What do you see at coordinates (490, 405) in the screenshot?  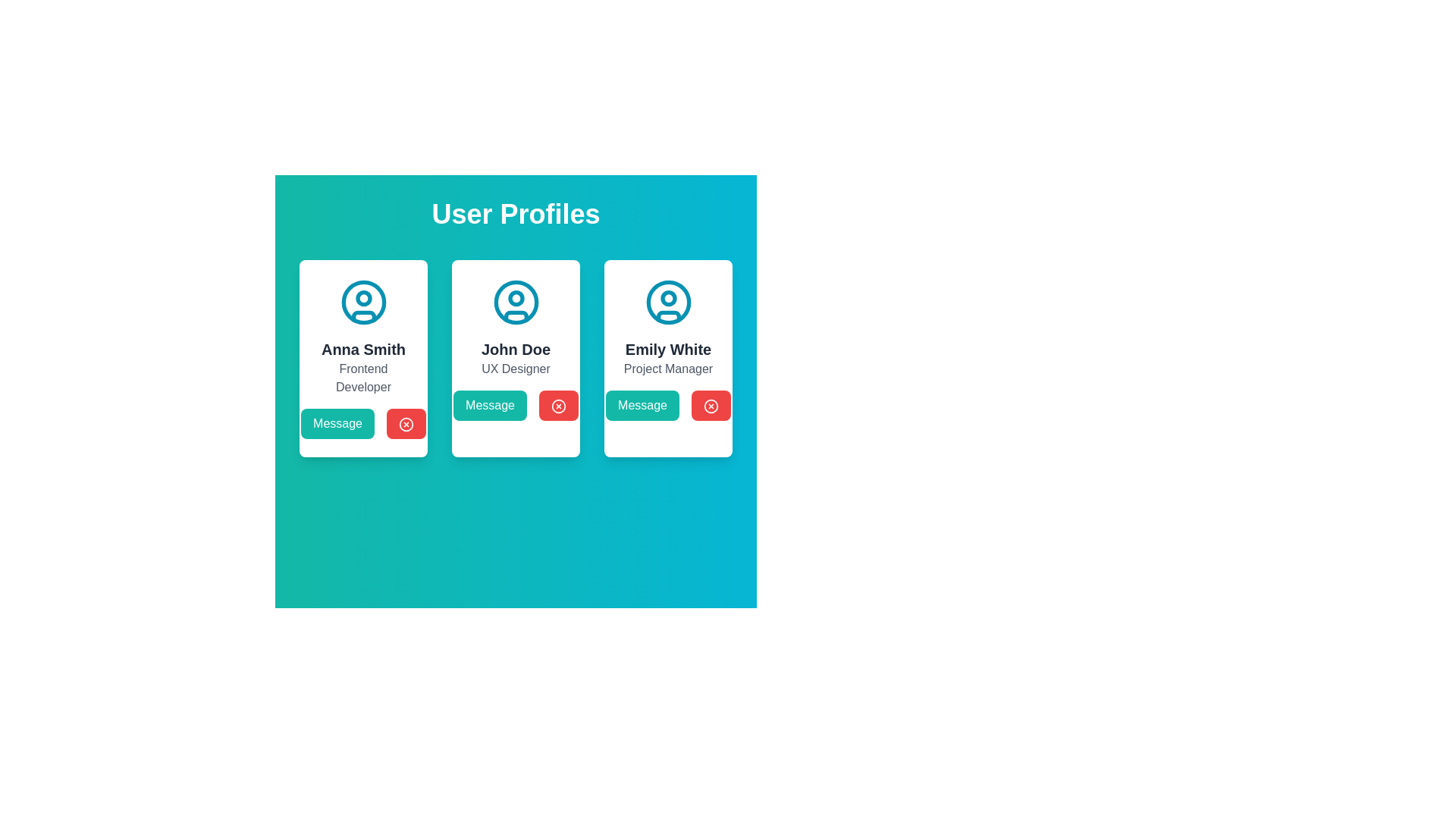 I see `the light teal 'Message' button with white text located within John Doe's profile card` at bounding box center [490, 405].